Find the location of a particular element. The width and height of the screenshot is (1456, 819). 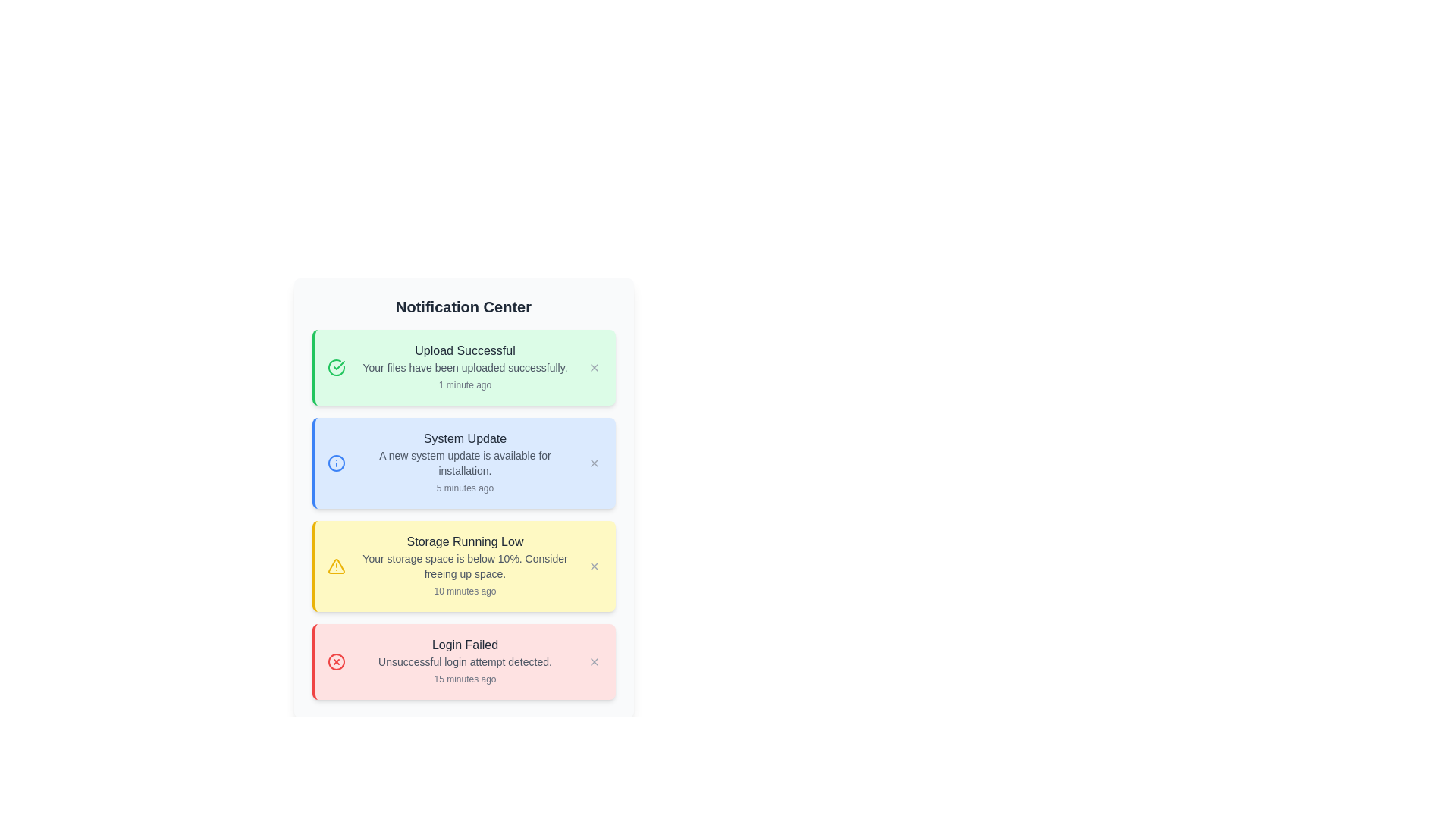

the static text label displaying '5 minutes ago.' located at the bottom right of the 'System Update' notification card in the notifications list is located at coordinates (464, 488).